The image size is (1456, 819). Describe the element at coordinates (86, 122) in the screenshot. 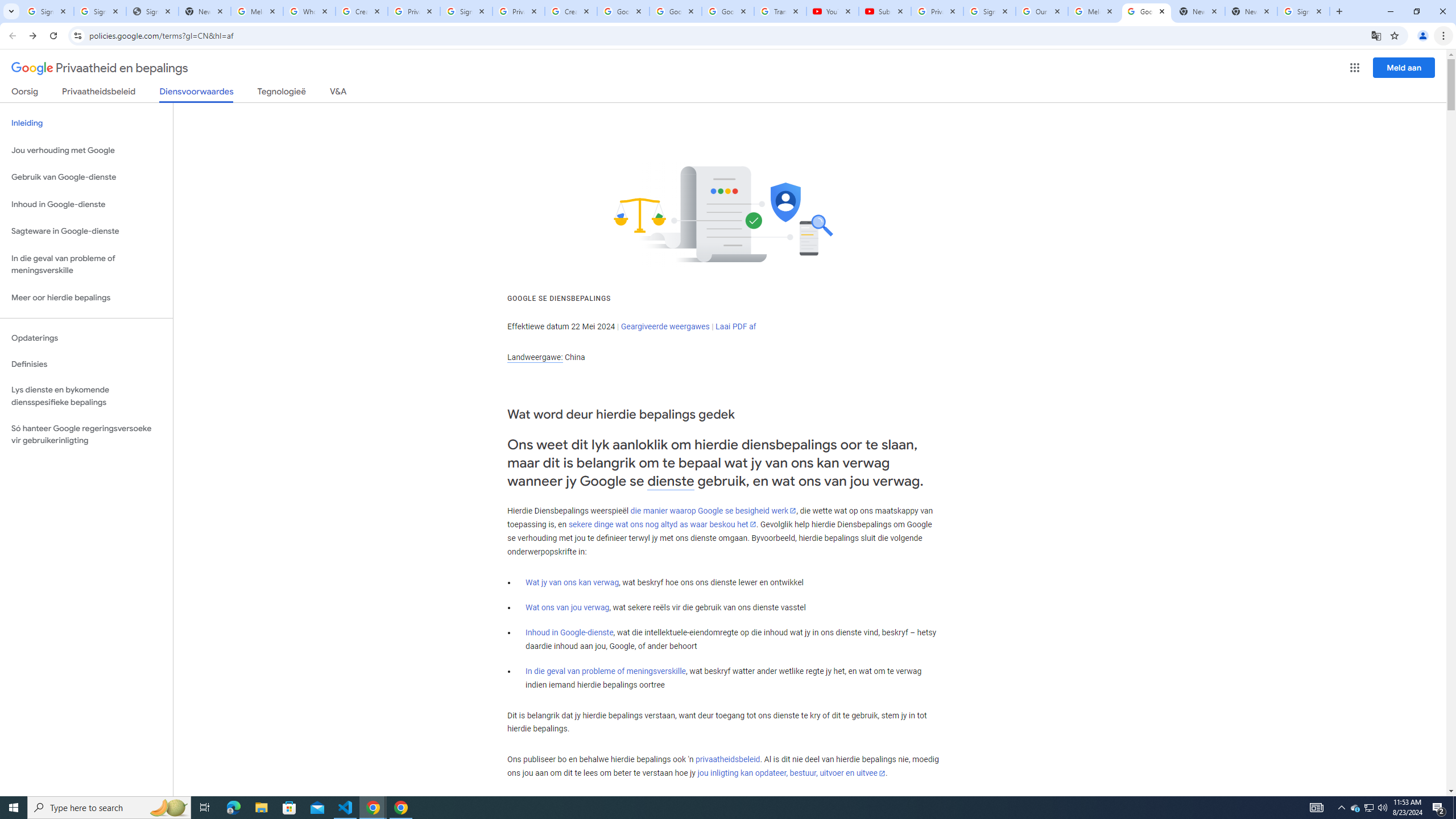

I see `'Inleiding'` at that location.